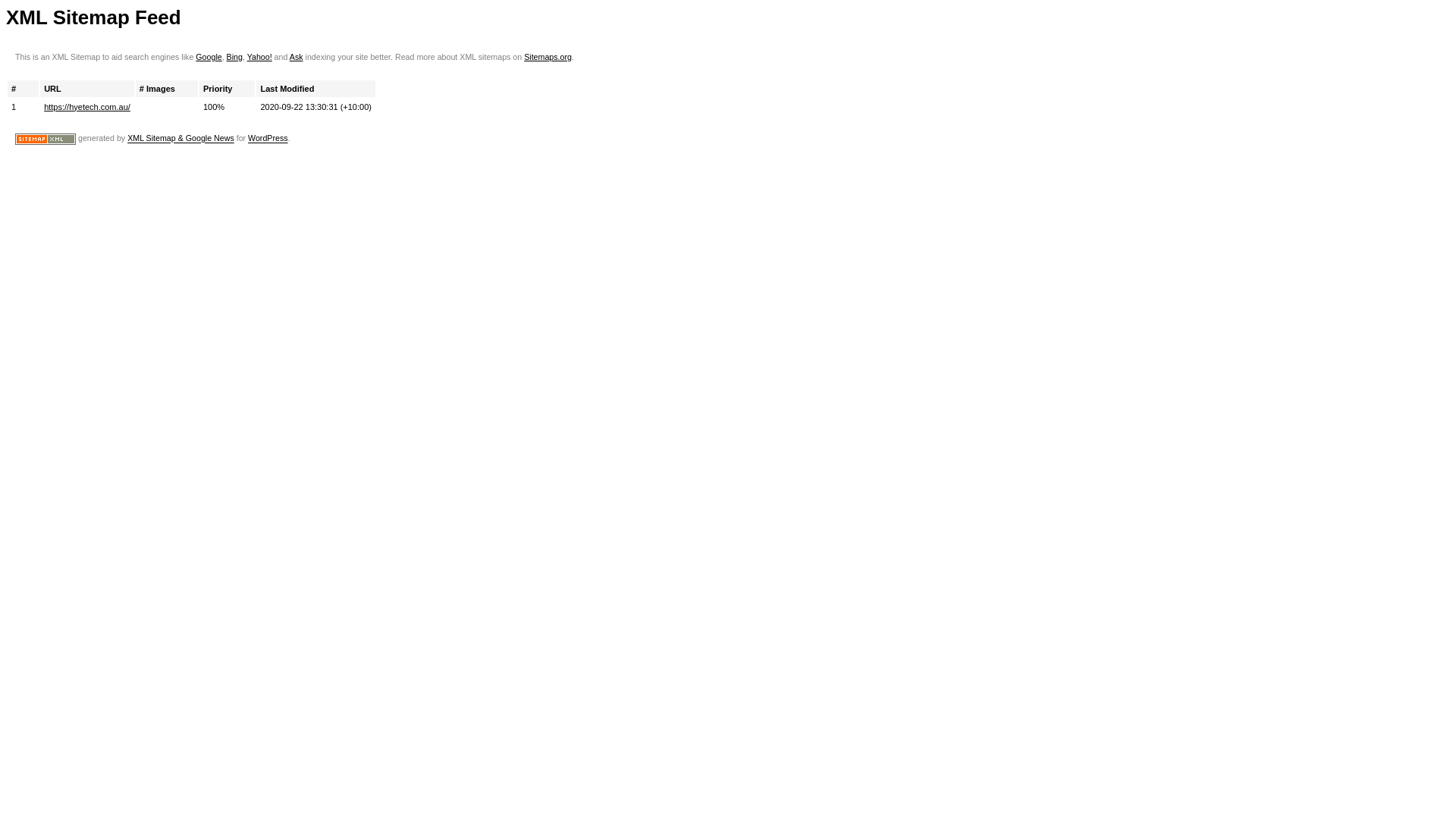 Image resolution: width=1456 pixels, height=819 pixels. I want to click on 'Yahoo!', so click(259, 55).